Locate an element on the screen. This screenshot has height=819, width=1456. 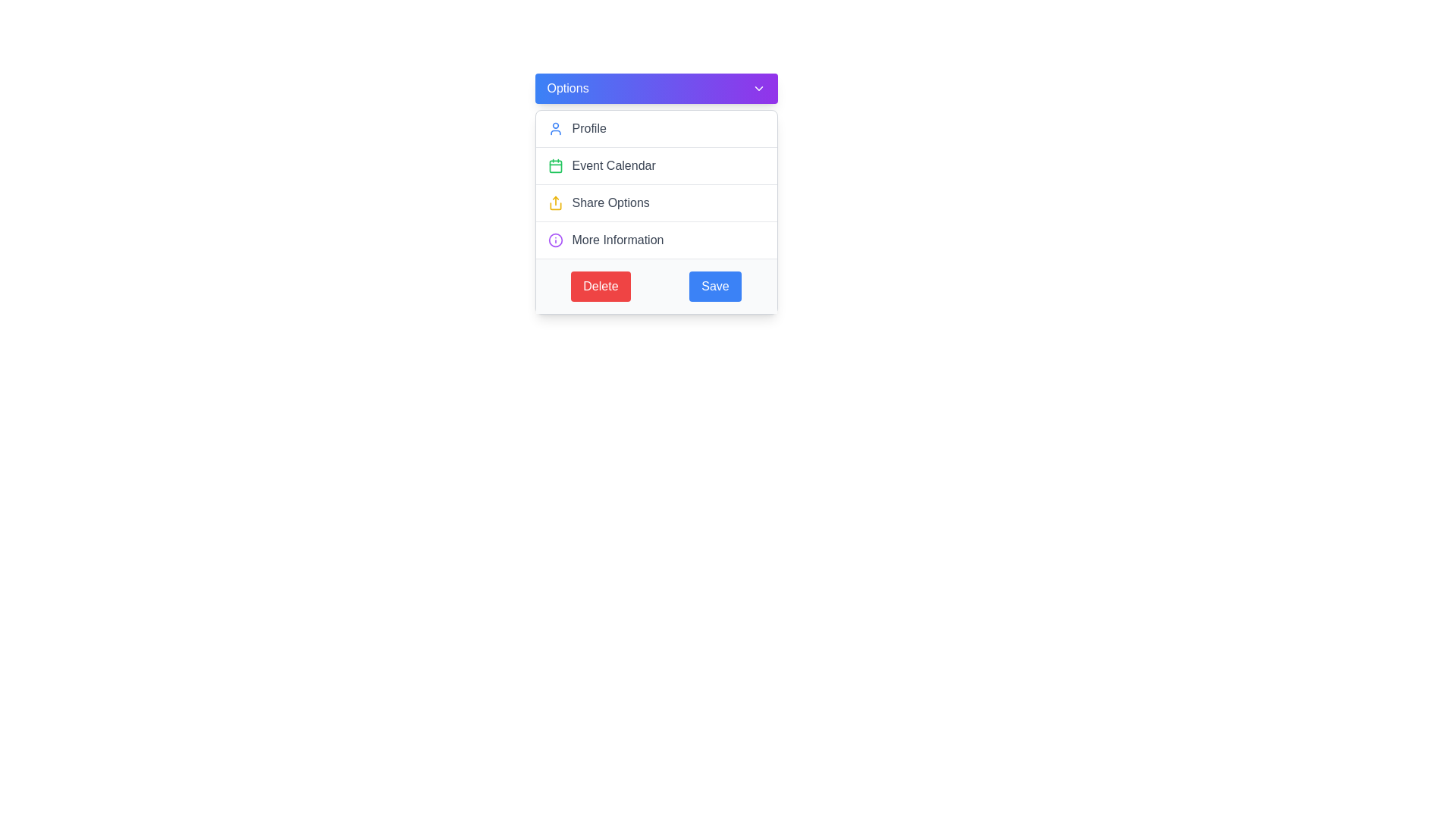
the 'Options' text label which is styled in a bold, white font on a gradient-colored header at the top of the dropdown interface is located at coordinates (566, 88).